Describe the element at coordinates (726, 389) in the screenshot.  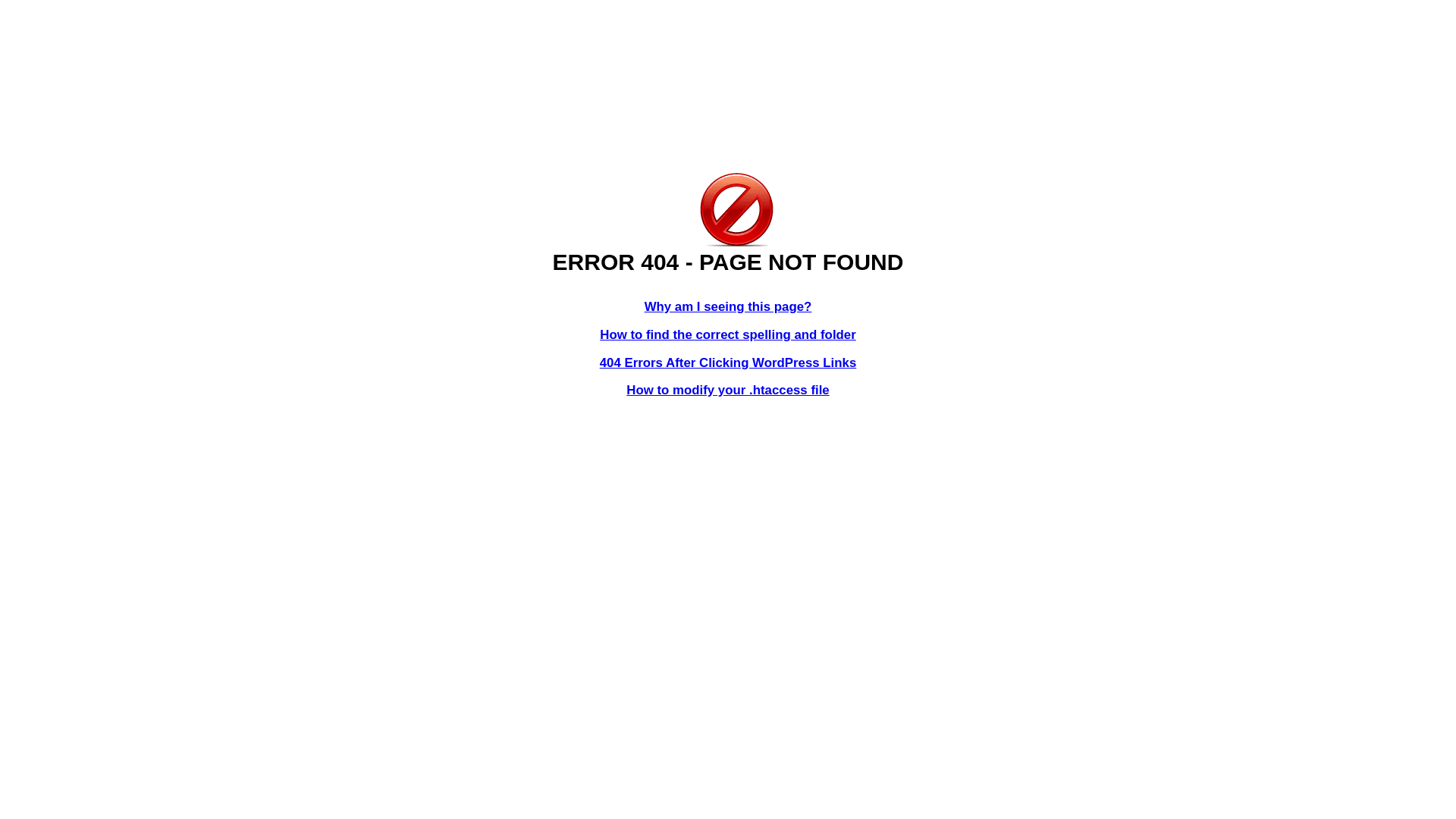
I see `'How to modify your .htaccess file'` at that location.